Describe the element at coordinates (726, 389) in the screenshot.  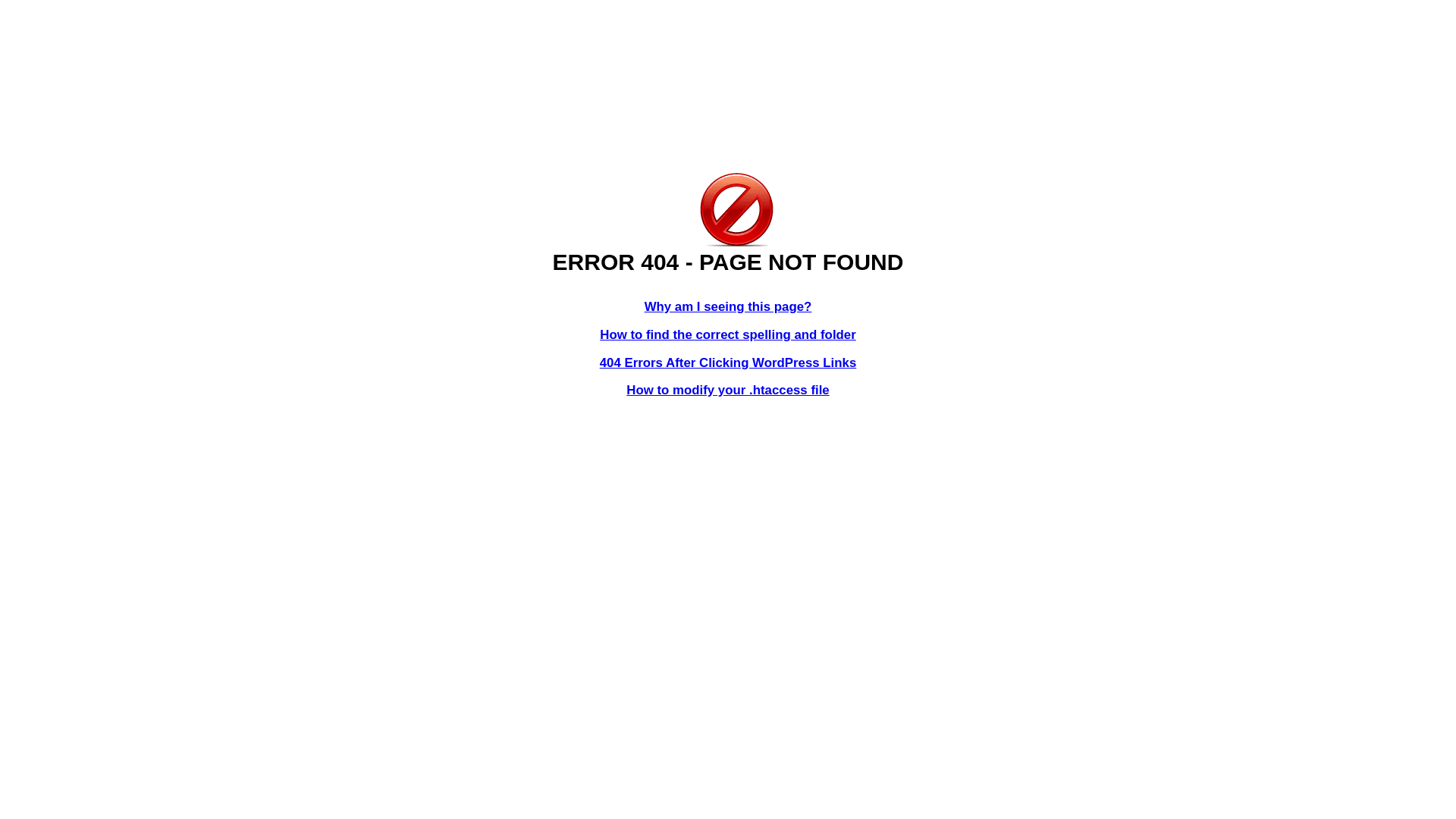
I see `'How to modify your .htaccess file'` at that location.